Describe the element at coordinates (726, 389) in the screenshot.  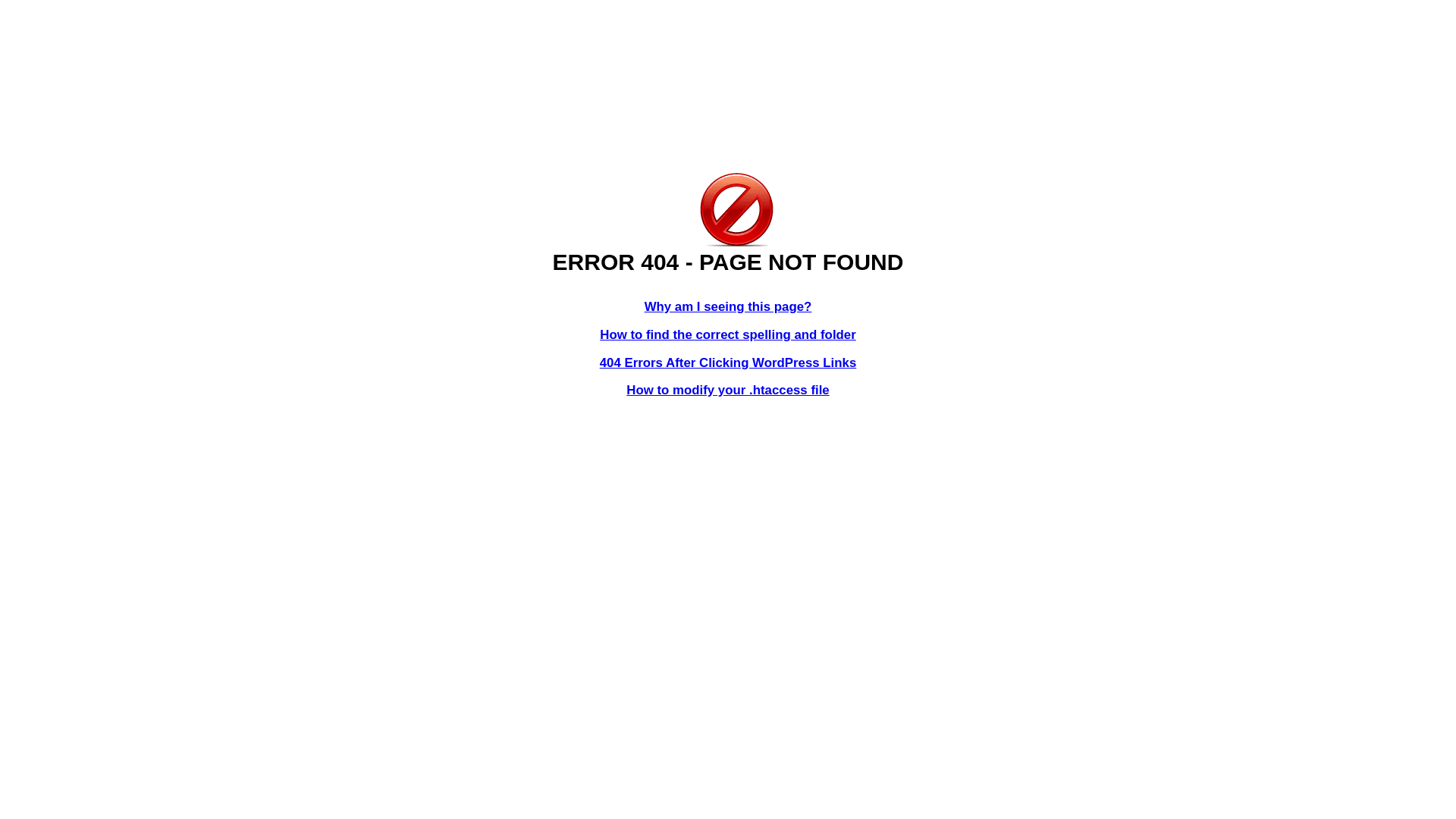
I see `'How to modify your .htaccess file'` at that location.